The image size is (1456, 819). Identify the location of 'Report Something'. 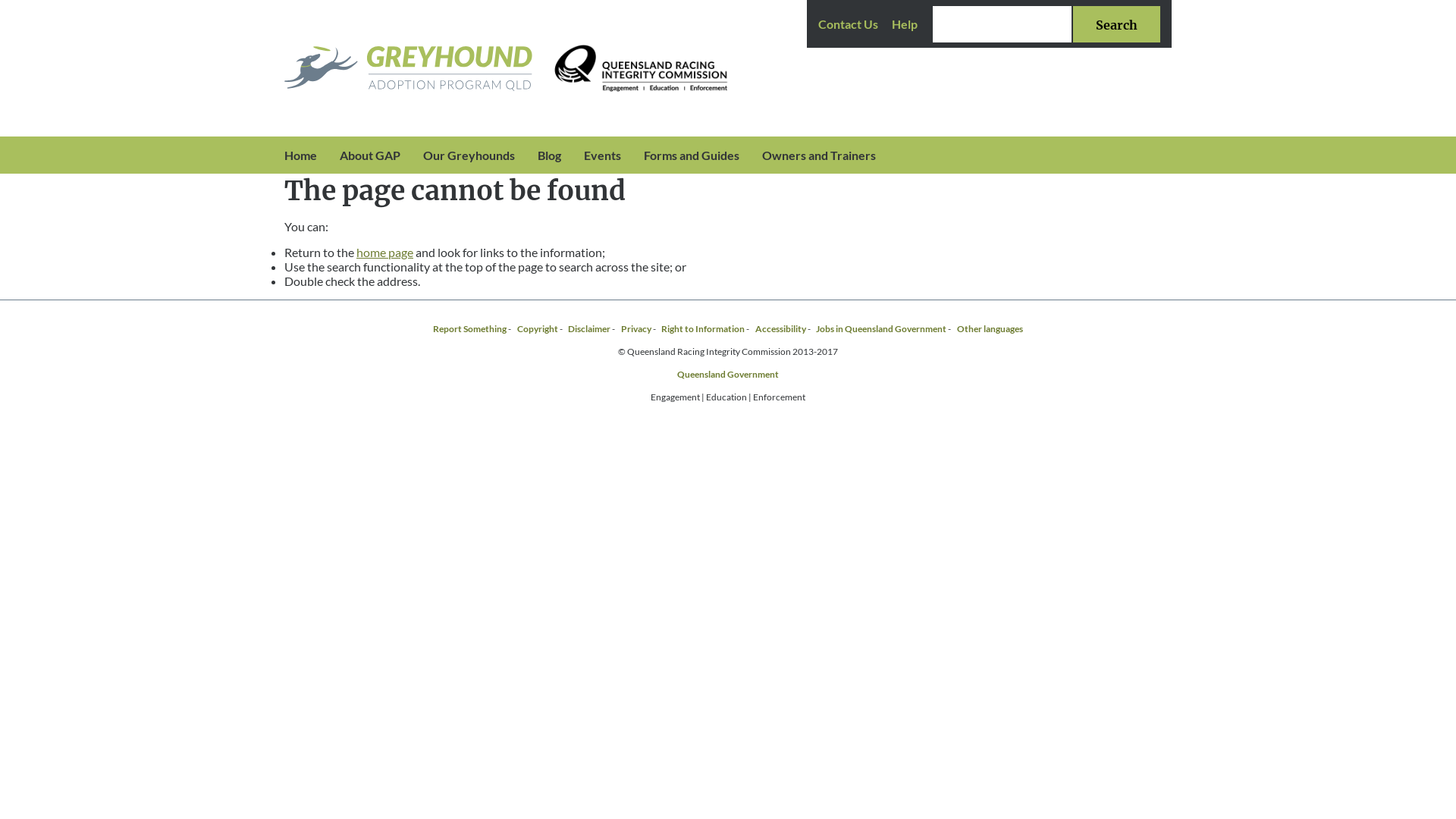
(469, 328).